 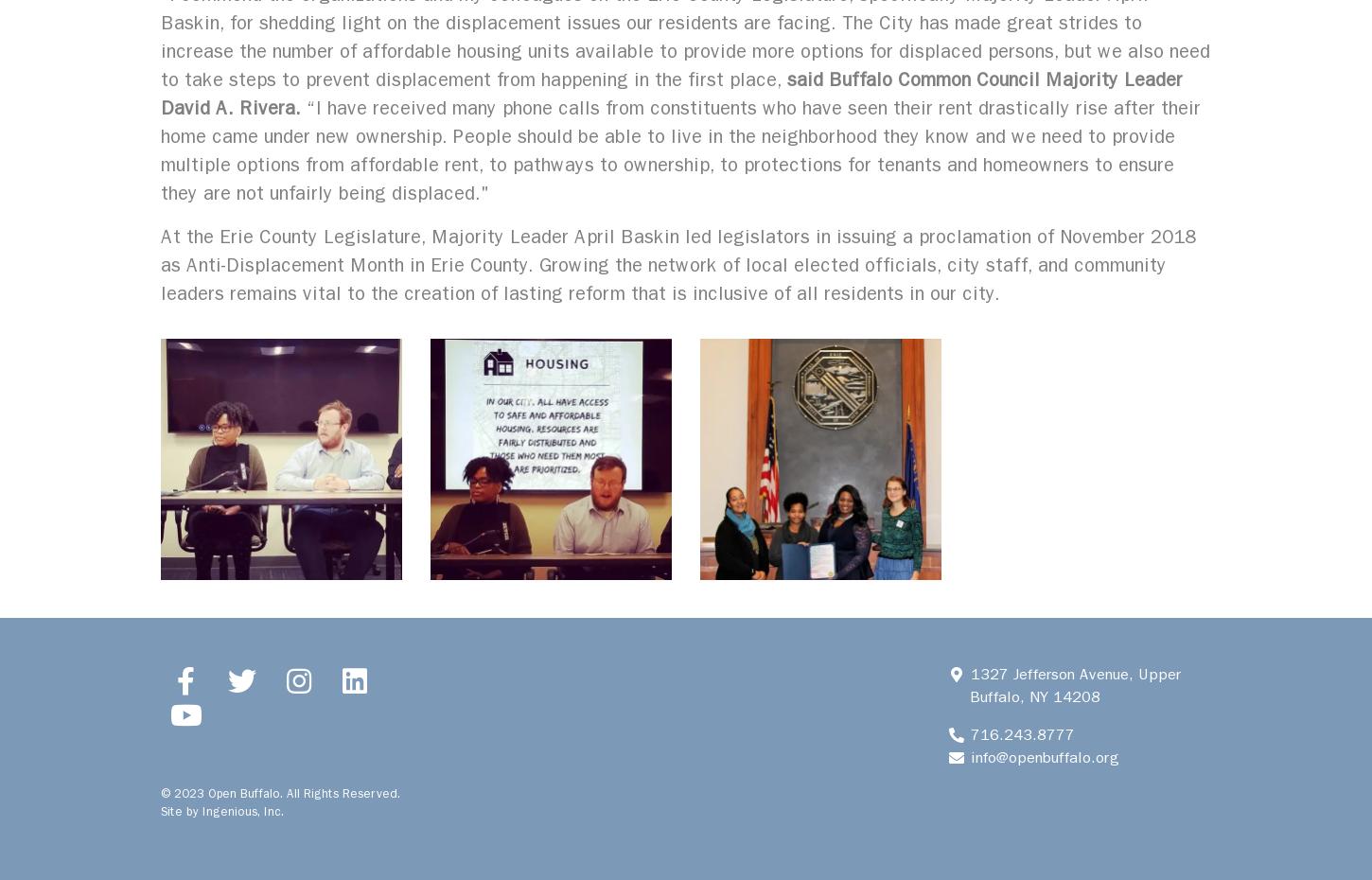 I want to click on 'Buffalo, NY 14208', so click(x=1034, y=696).